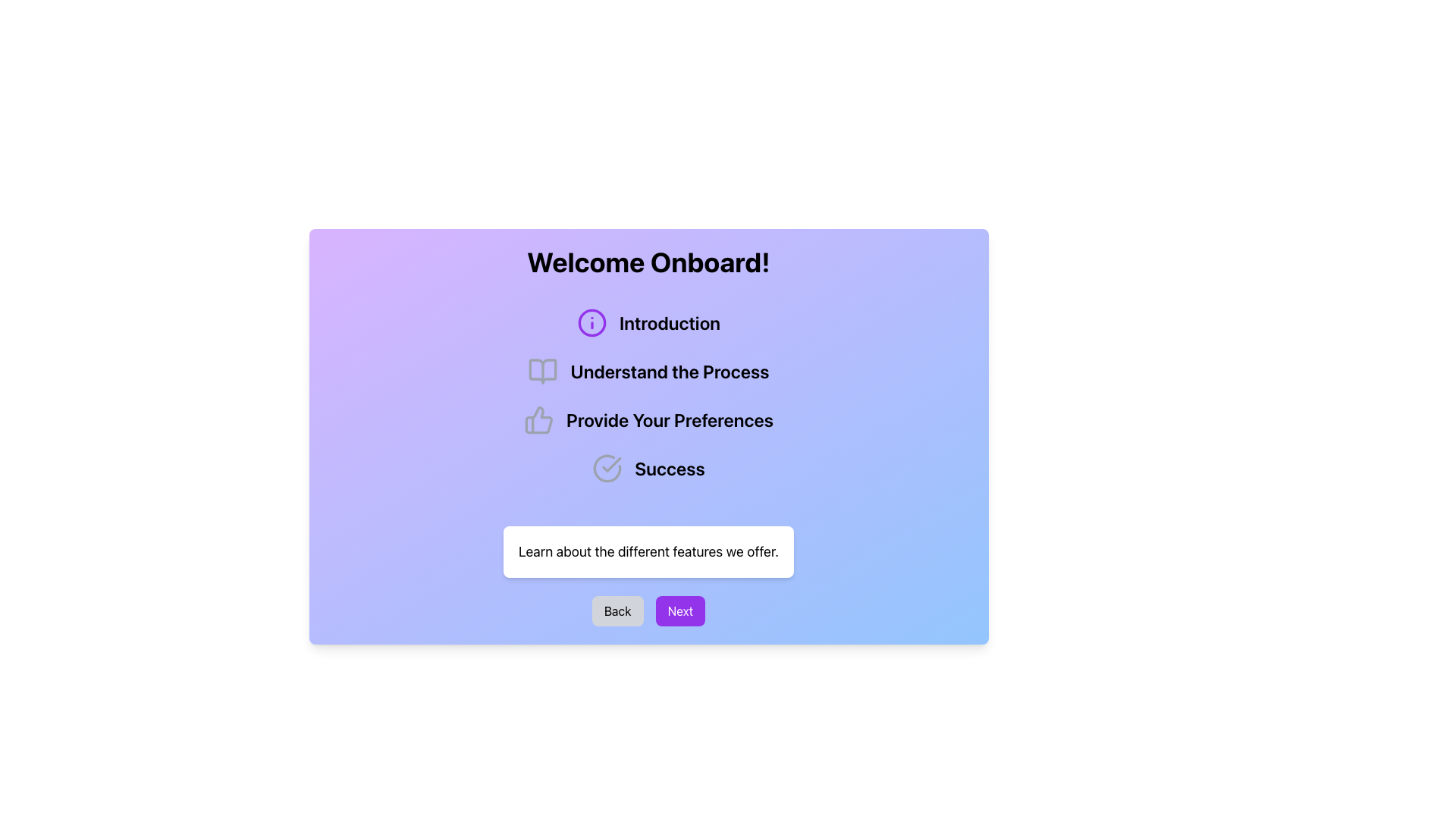 The width and height of the screenshot is (1456, 819). Describe the element at coordinates (669, 467) in the screenshot. I see `the bold text label displaying the word 'Success', which is the fourth item in the onboarding steps list` at that location.